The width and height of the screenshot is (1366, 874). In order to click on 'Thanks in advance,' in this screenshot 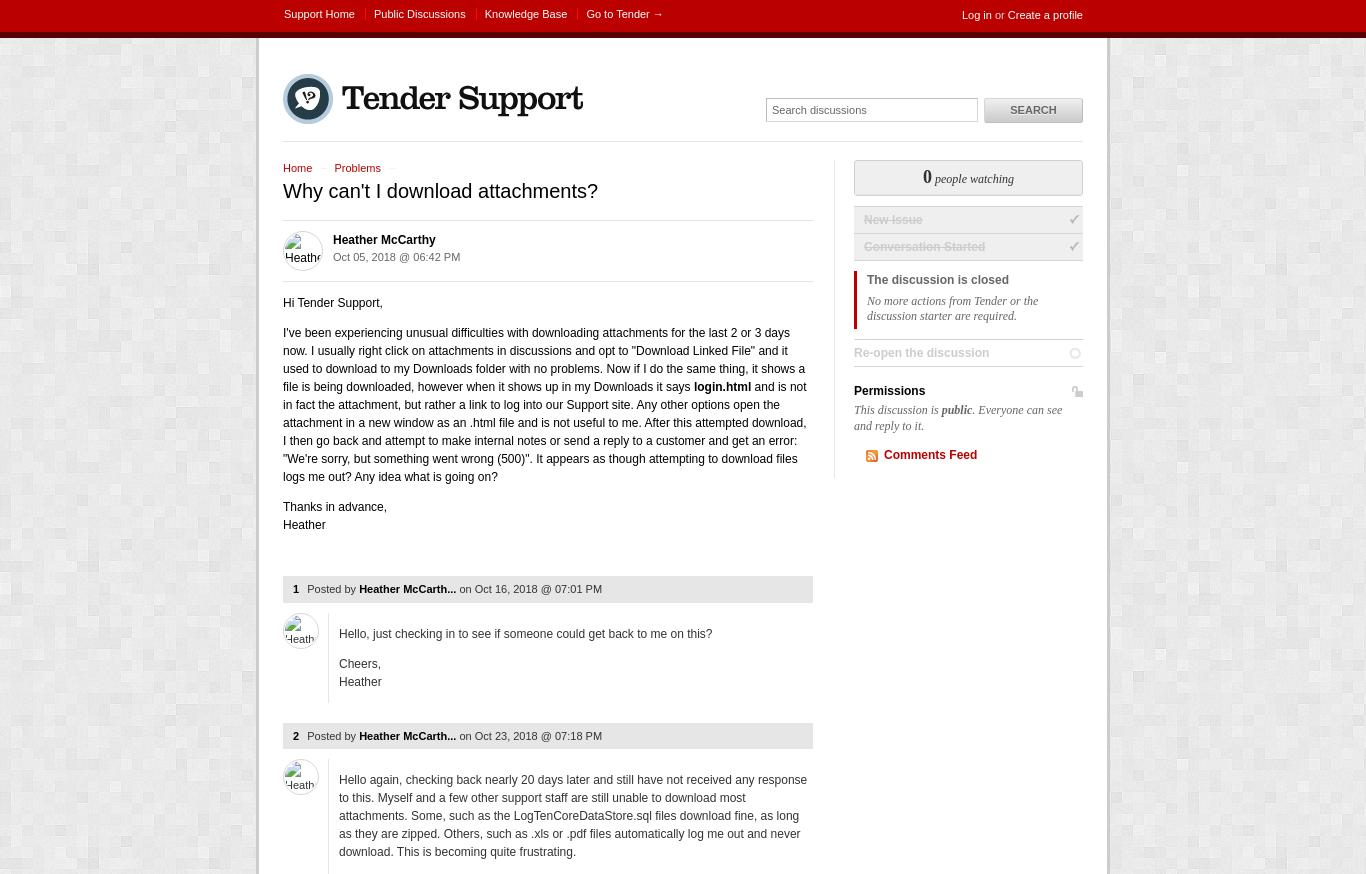, I will do `click(334, 506)`.